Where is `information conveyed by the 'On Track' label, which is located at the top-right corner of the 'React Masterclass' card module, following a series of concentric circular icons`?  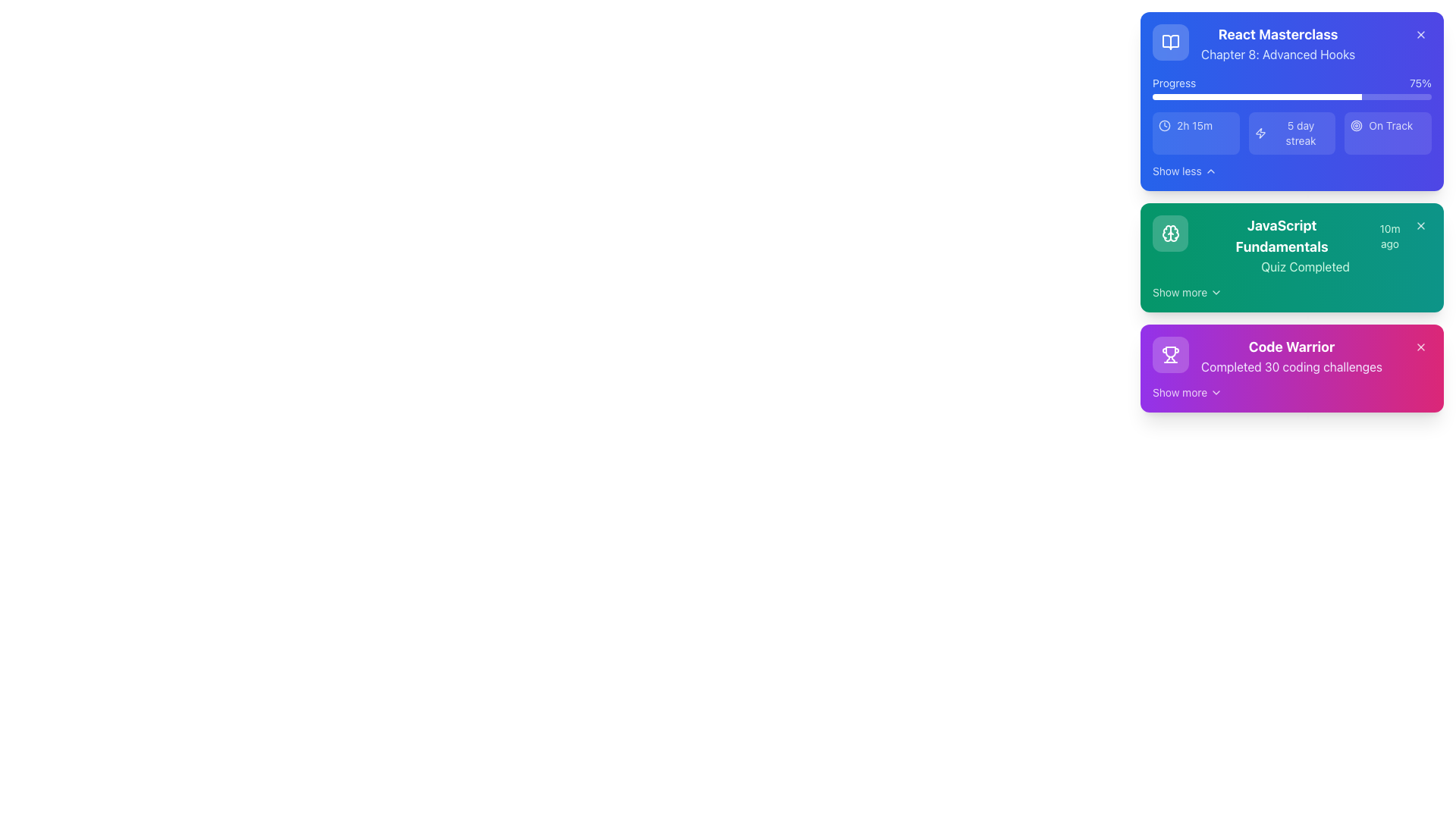 information conveyed by the 'On Track' label, which is located at the top-right corner of the 'React Masterclass' card module, following a series of concentric circular icons is located at coordinates (1391, 124).